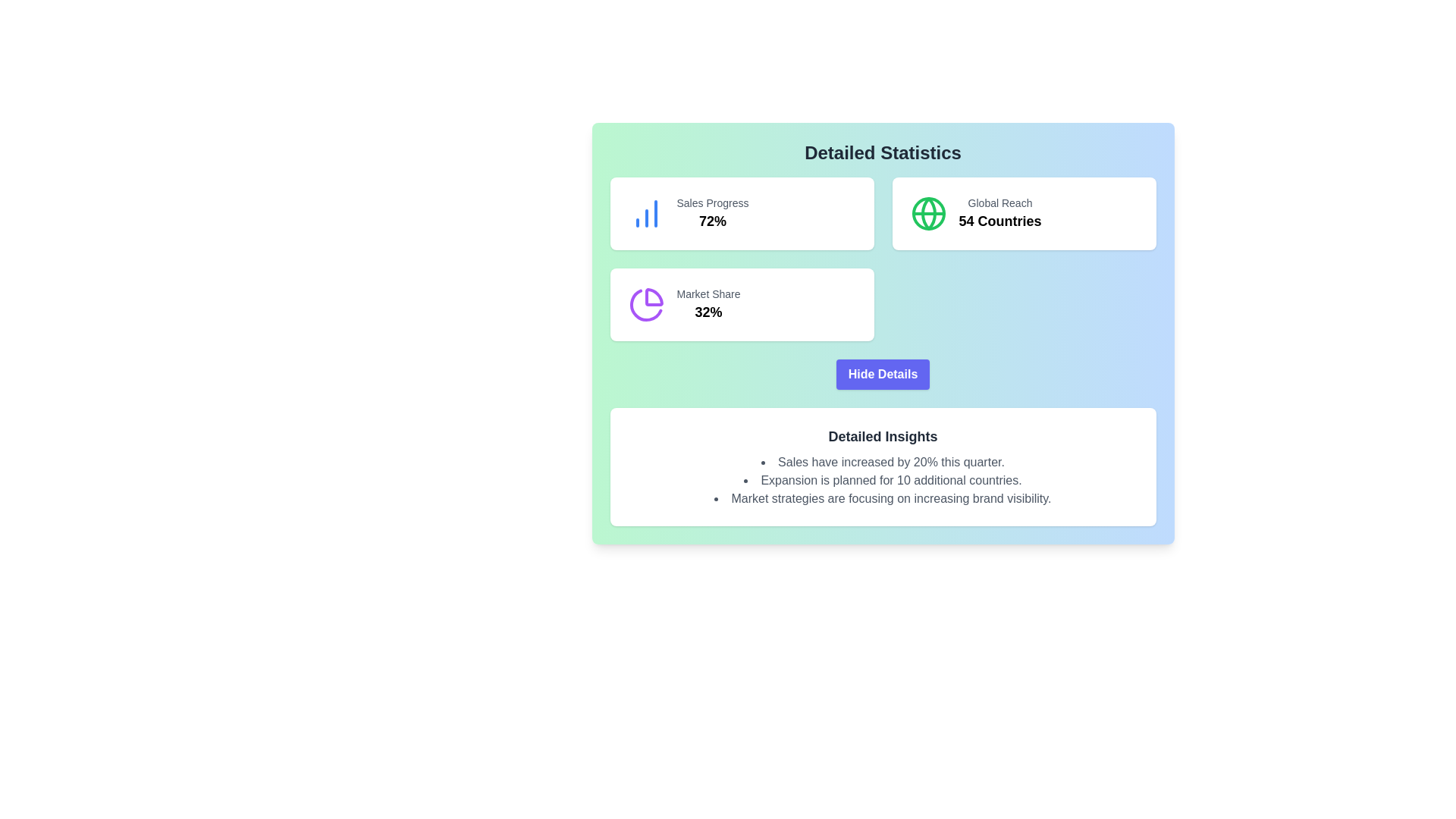 The height and width of the screenshot is (819, 1456). What do you see at coordinates (708, 294) in the screenshot?
I see `the text label that indicates 'Market Share' and displays the percentage '32%', located within a card area with a purple pie chart icon` at bounding box center [708, 294].